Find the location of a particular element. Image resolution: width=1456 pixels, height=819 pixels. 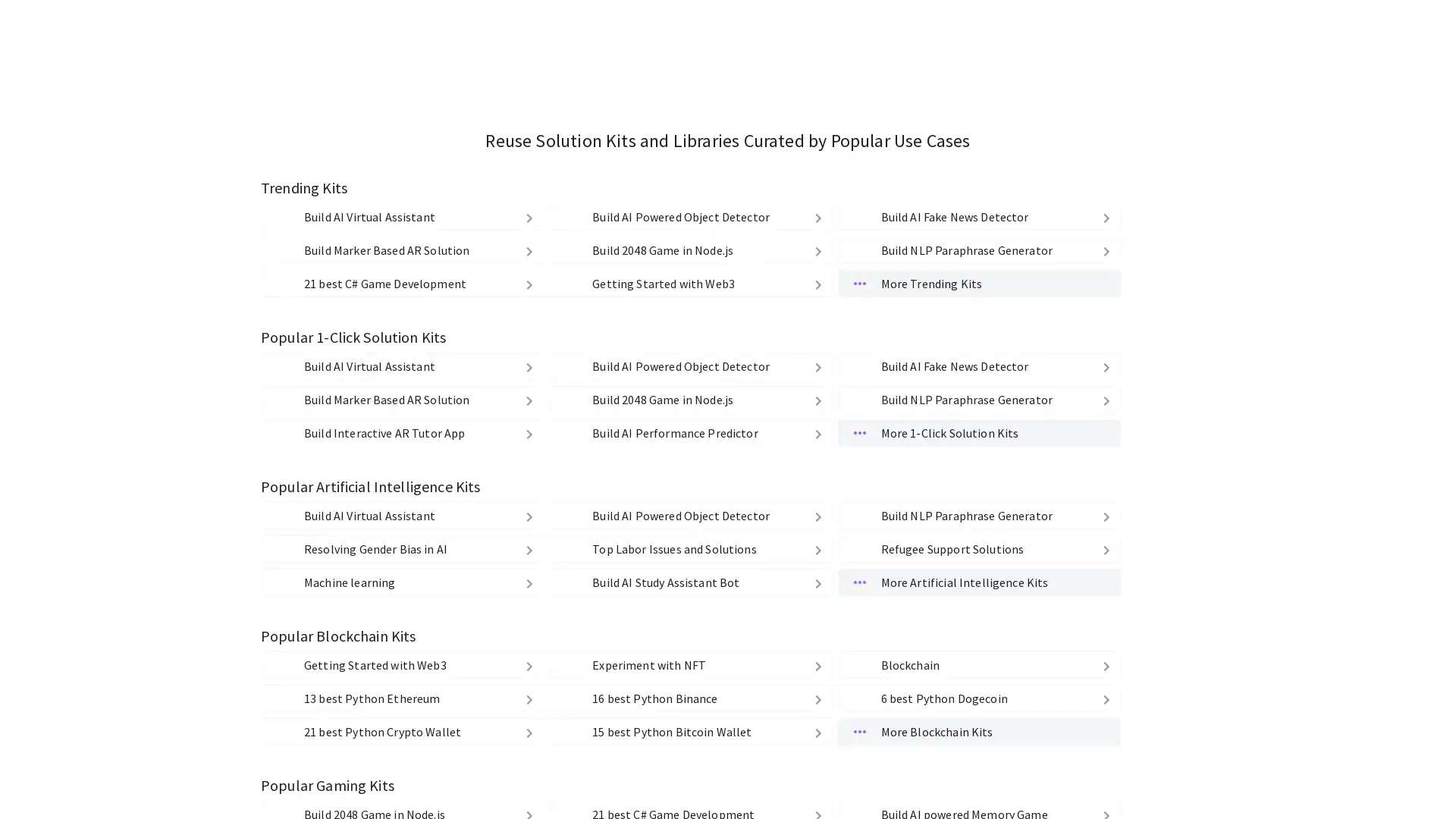

delete is located at coordinates (817, 665).